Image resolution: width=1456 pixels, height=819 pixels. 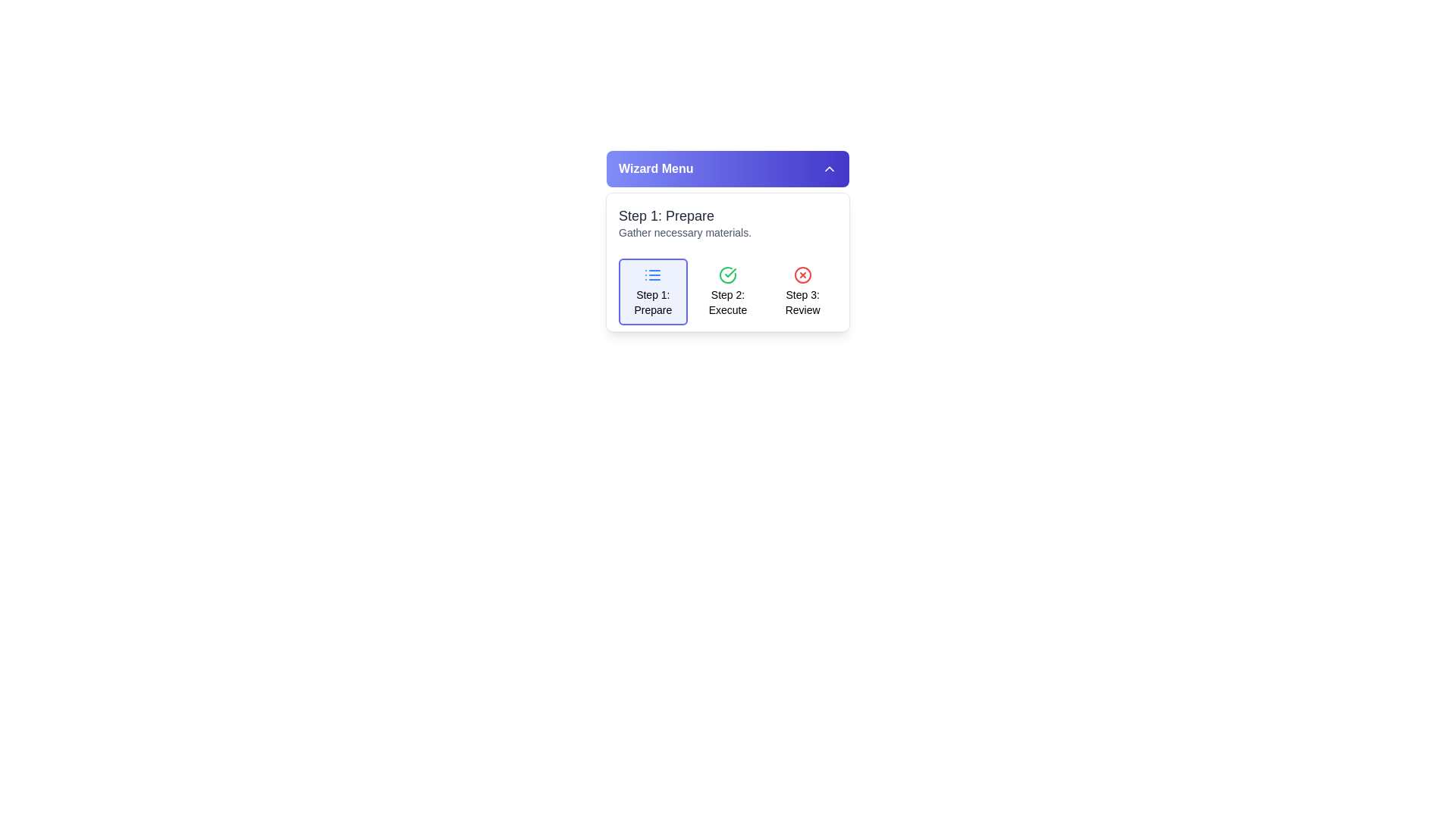 What do you see at coordinates (653, 291) in the screenshot?
I see `the interactive button labeled 'Step 1: Prepare' which has a light indigo background and indigo border, located in the first column of a three-column grid layout` at bounding box center [653, 291].